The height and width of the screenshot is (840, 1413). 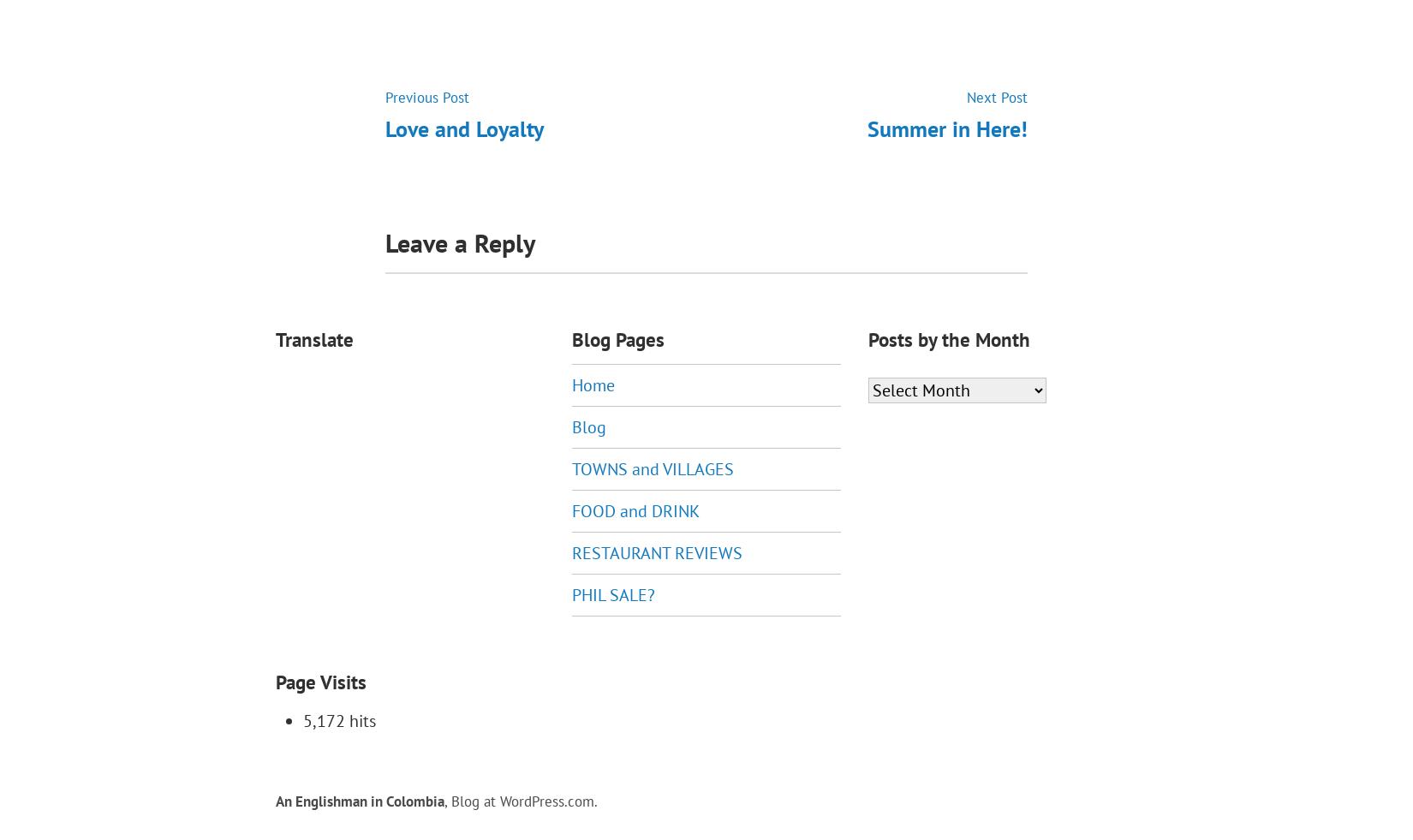 I want to click on 'Page Visits', so click(x=321, y=682).